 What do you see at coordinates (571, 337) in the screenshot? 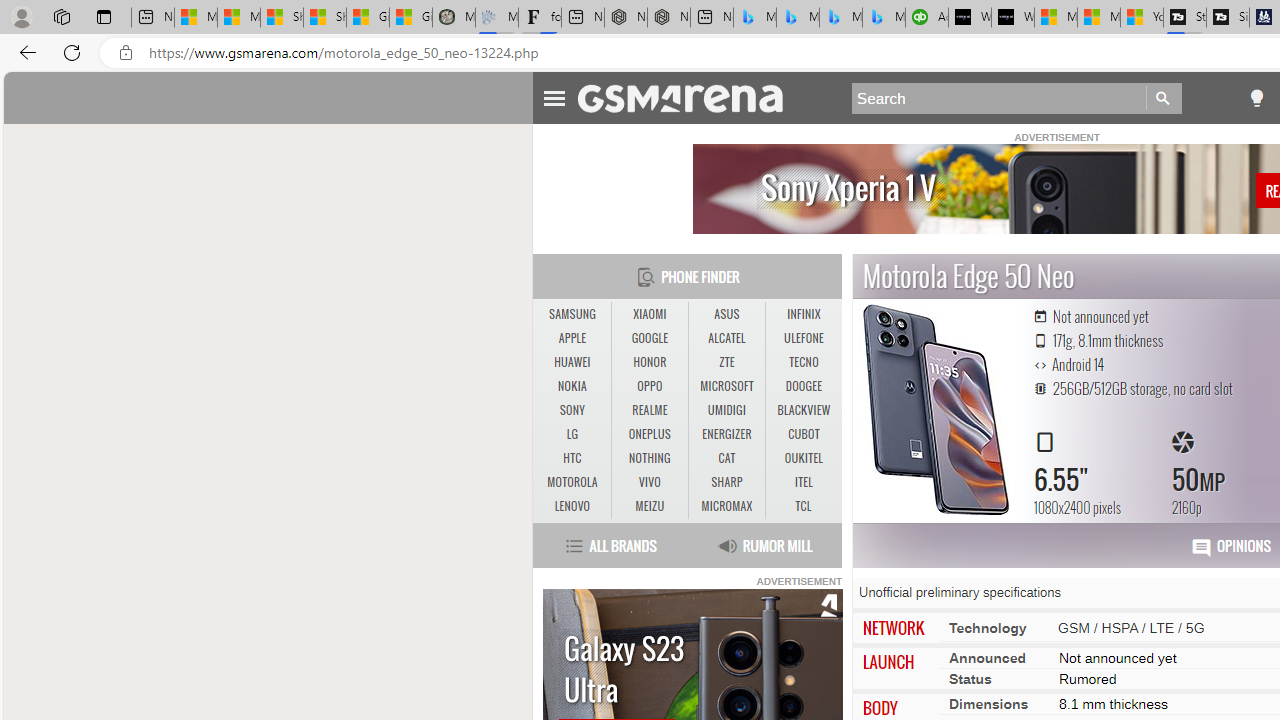
I see `'APPLE'` at bounding box center [571, 337].